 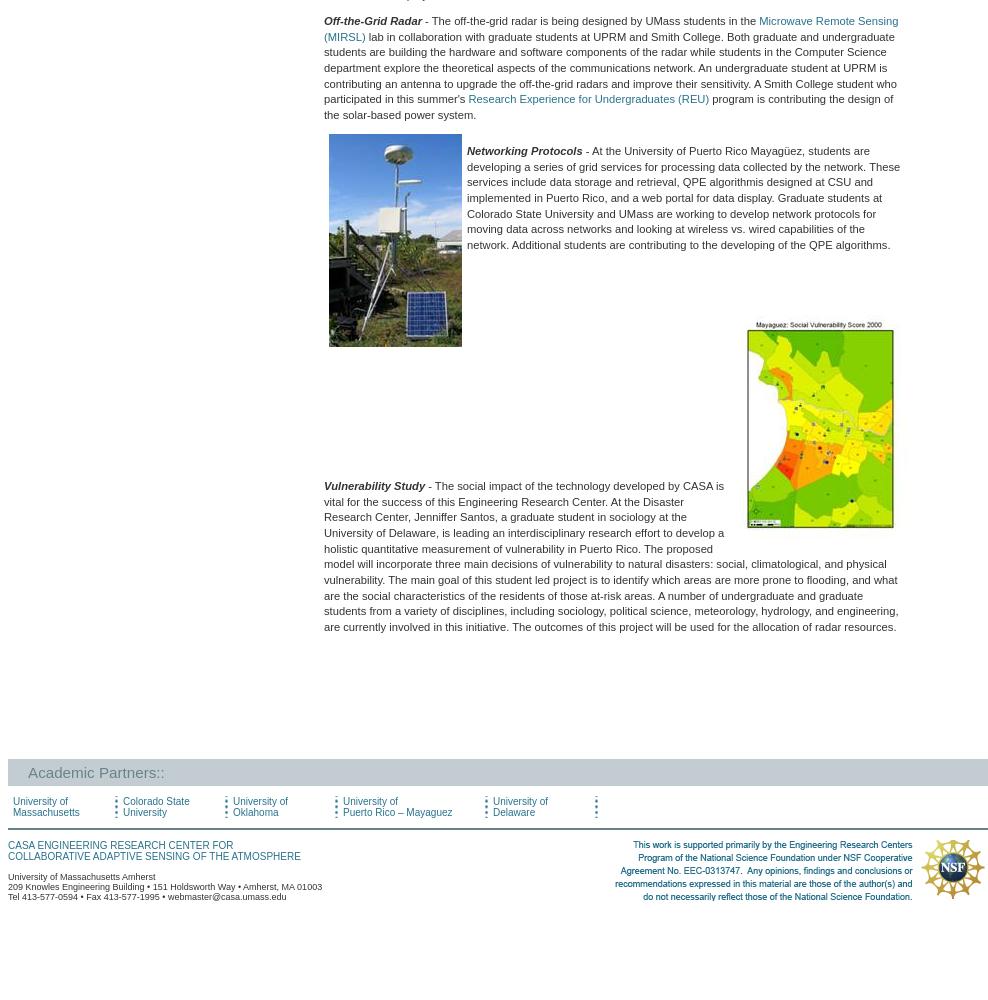 I want to click on 'Collaborative Adaptive Sensing of the Atmosphere', so click(x=153, y=854).